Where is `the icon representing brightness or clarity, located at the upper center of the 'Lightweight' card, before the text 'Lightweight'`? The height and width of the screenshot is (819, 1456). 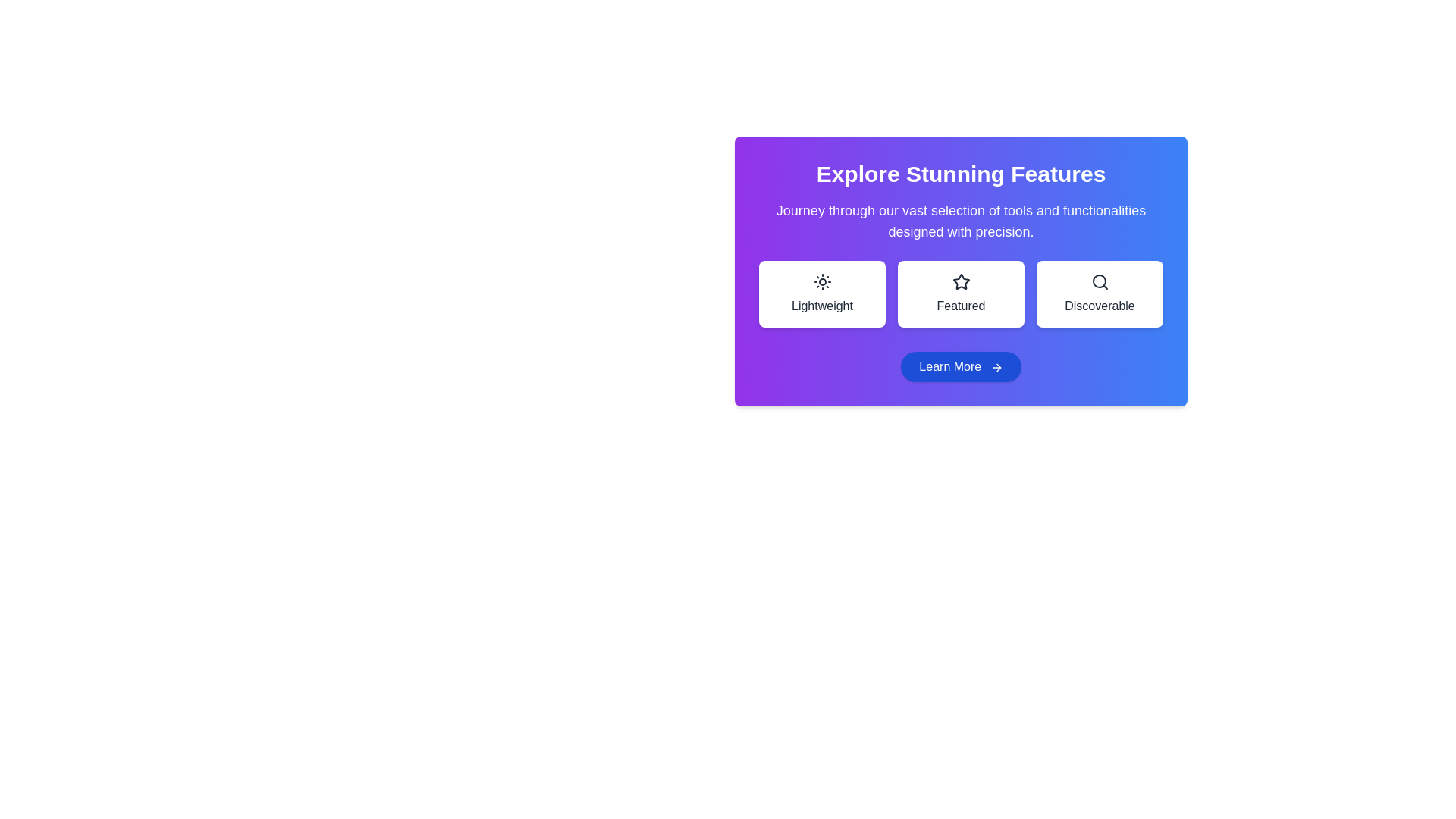 the icon representing brightness or clarity, located at the upper center of the 'Lightweight' card, before the text 'Lightweight' is located at coordinates (821, 281).